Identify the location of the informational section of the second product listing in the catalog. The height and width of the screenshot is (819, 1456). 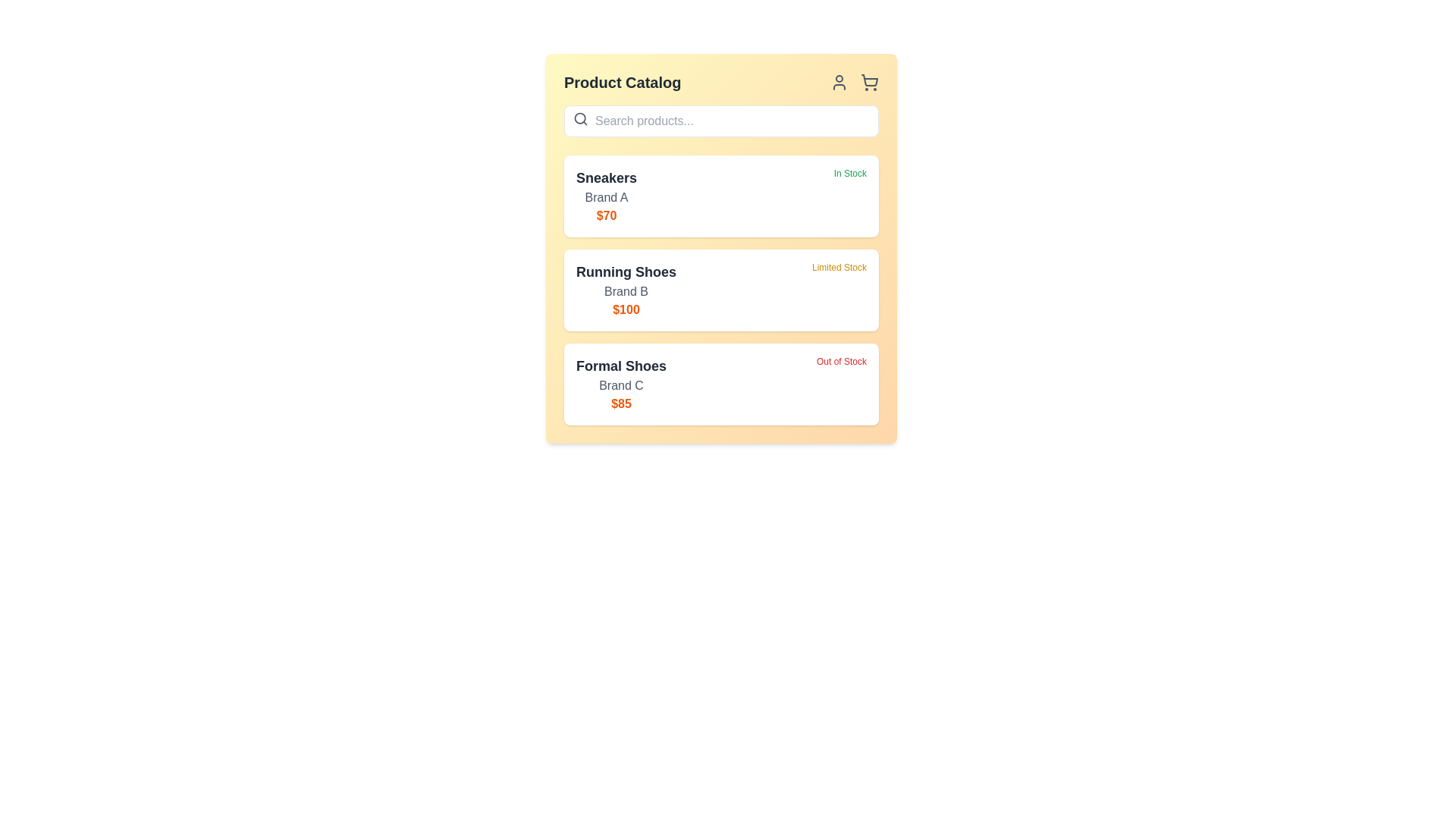
(720, 290).